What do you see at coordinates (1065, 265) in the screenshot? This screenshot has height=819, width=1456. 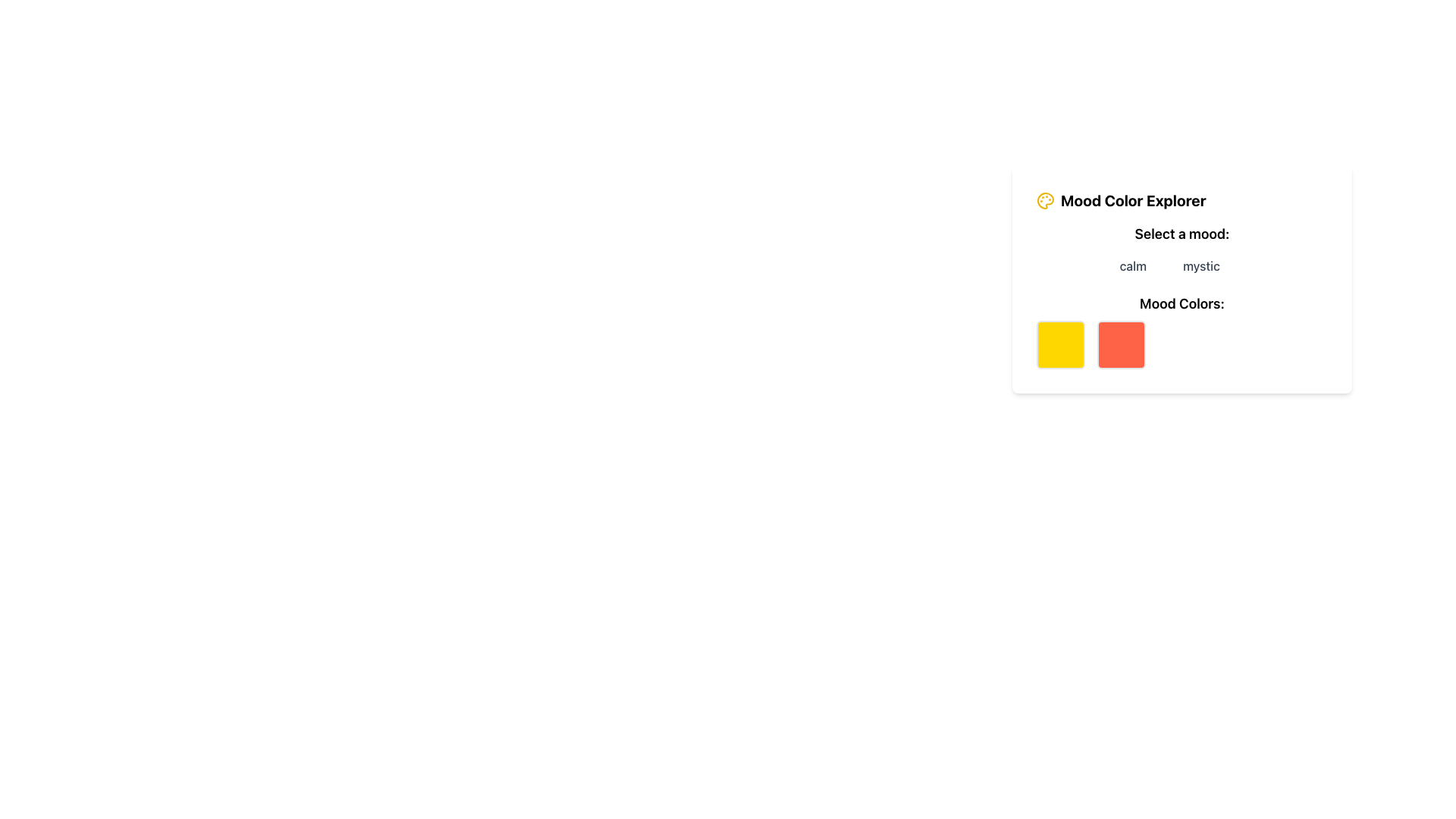 I see `the 'happy' mood button` at bounding box center [1065, 265].